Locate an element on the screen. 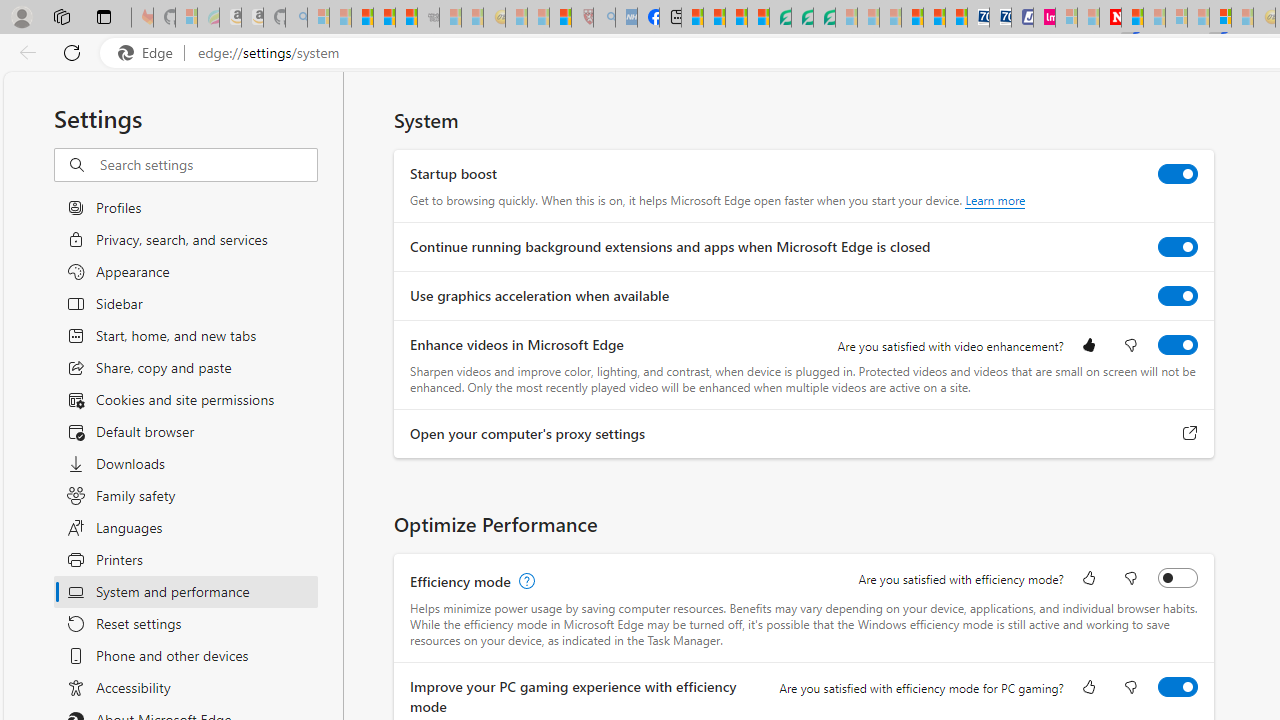 Image resolution: width=1280 pixels, height=720 pixels. 'NCL Adult Asthma Inhaler Choice Guideline - Sleeping' is located at coordinates (625, 17).